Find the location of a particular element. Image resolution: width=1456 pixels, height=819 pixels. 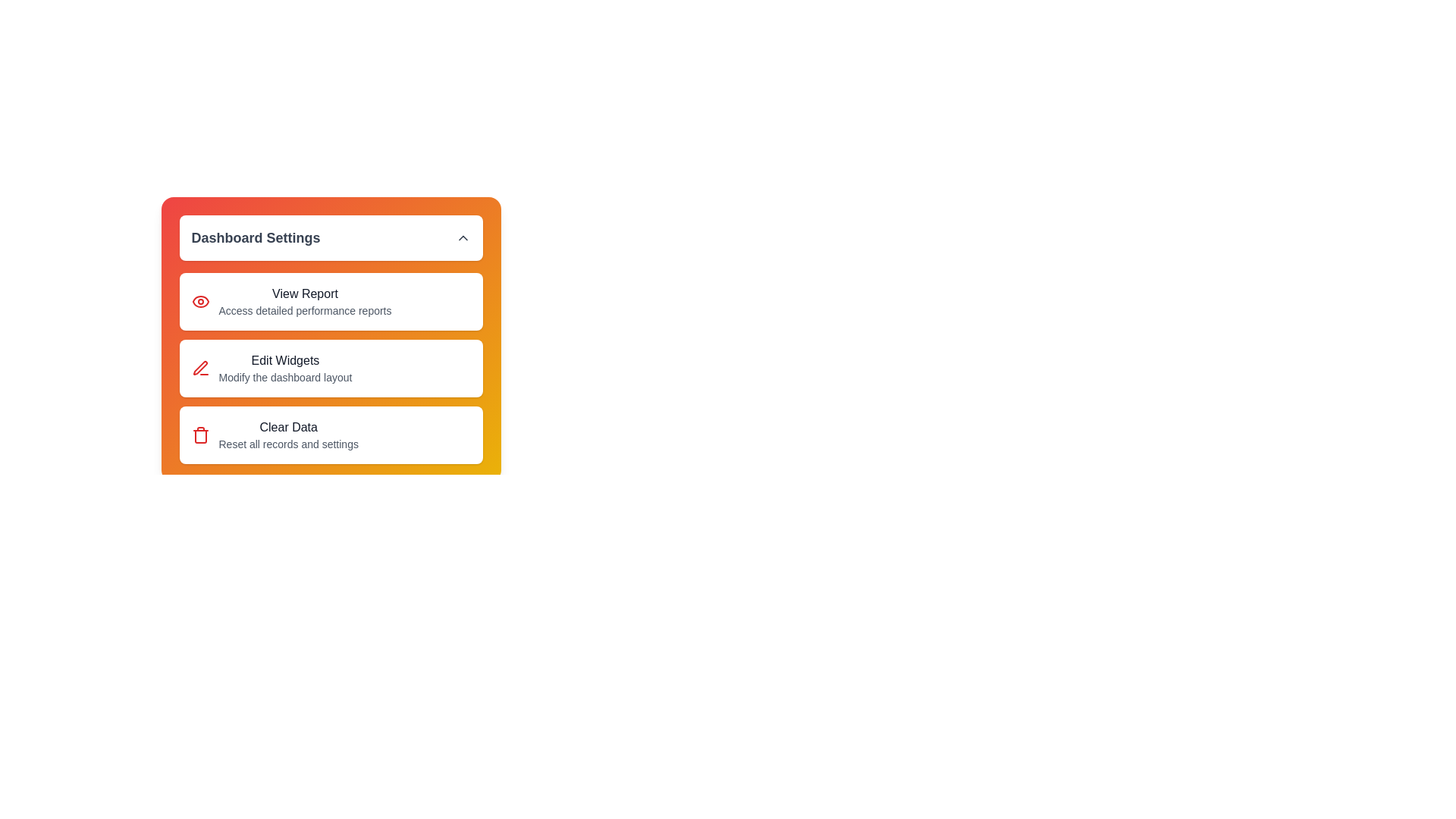

the icon associated with Clear Data is located at coordinates (199, 435).